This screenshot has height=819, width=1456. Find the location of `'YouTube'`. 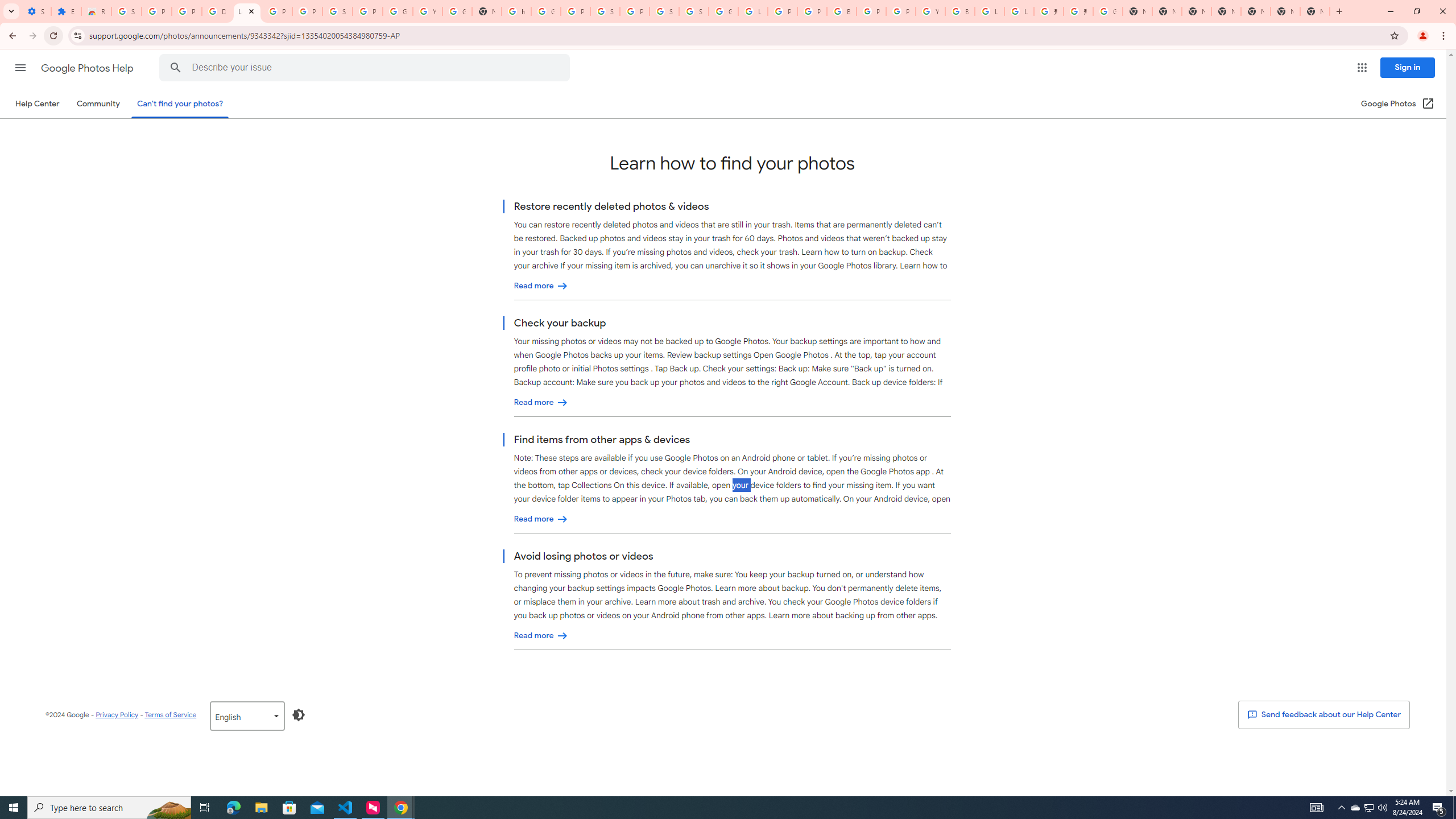

'YouTube' is located at coordinates (929, 11).